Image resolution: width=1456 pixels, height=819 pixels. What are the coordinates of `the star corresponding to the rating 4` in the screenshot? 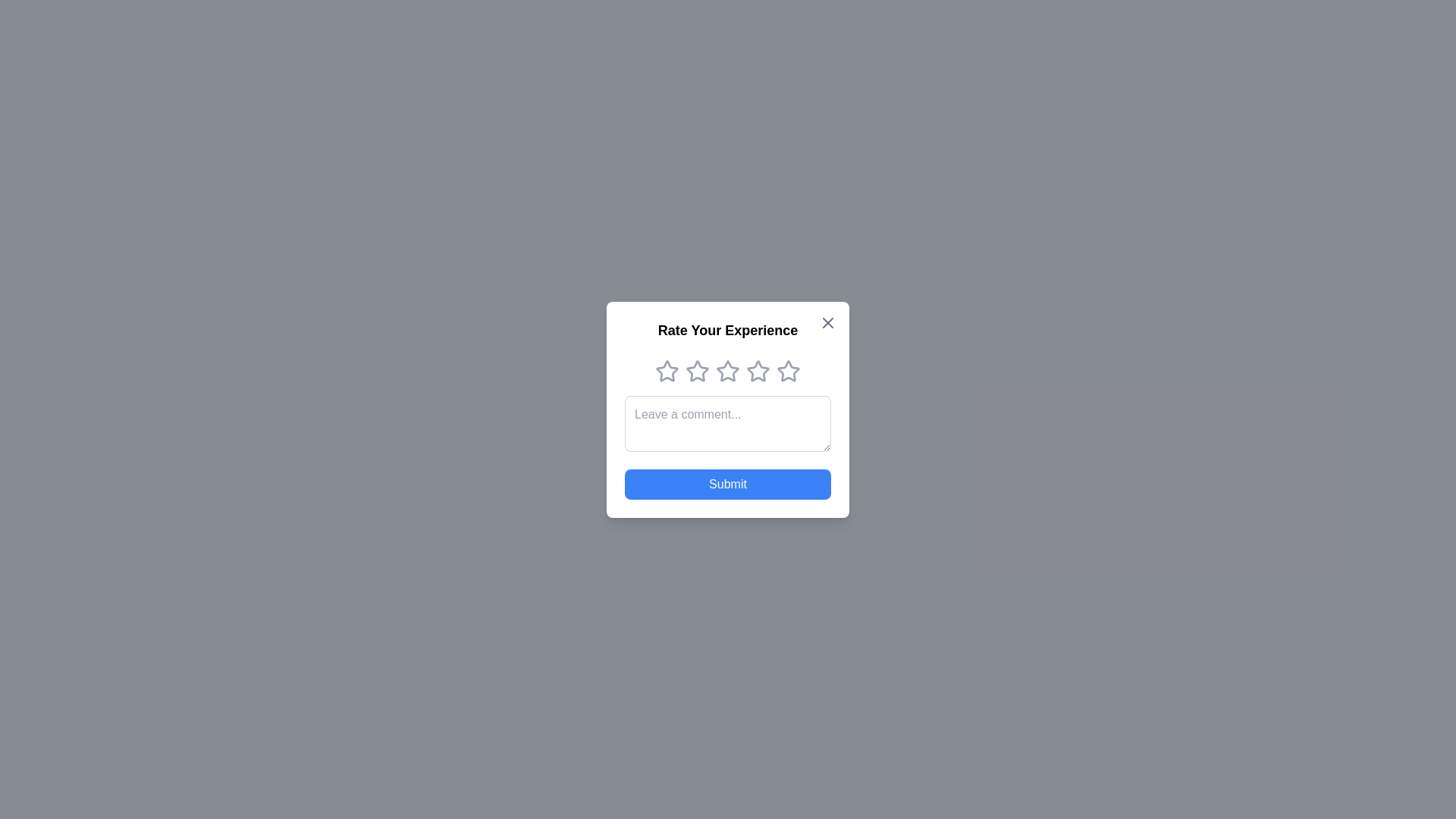 It's located at (758, 371).